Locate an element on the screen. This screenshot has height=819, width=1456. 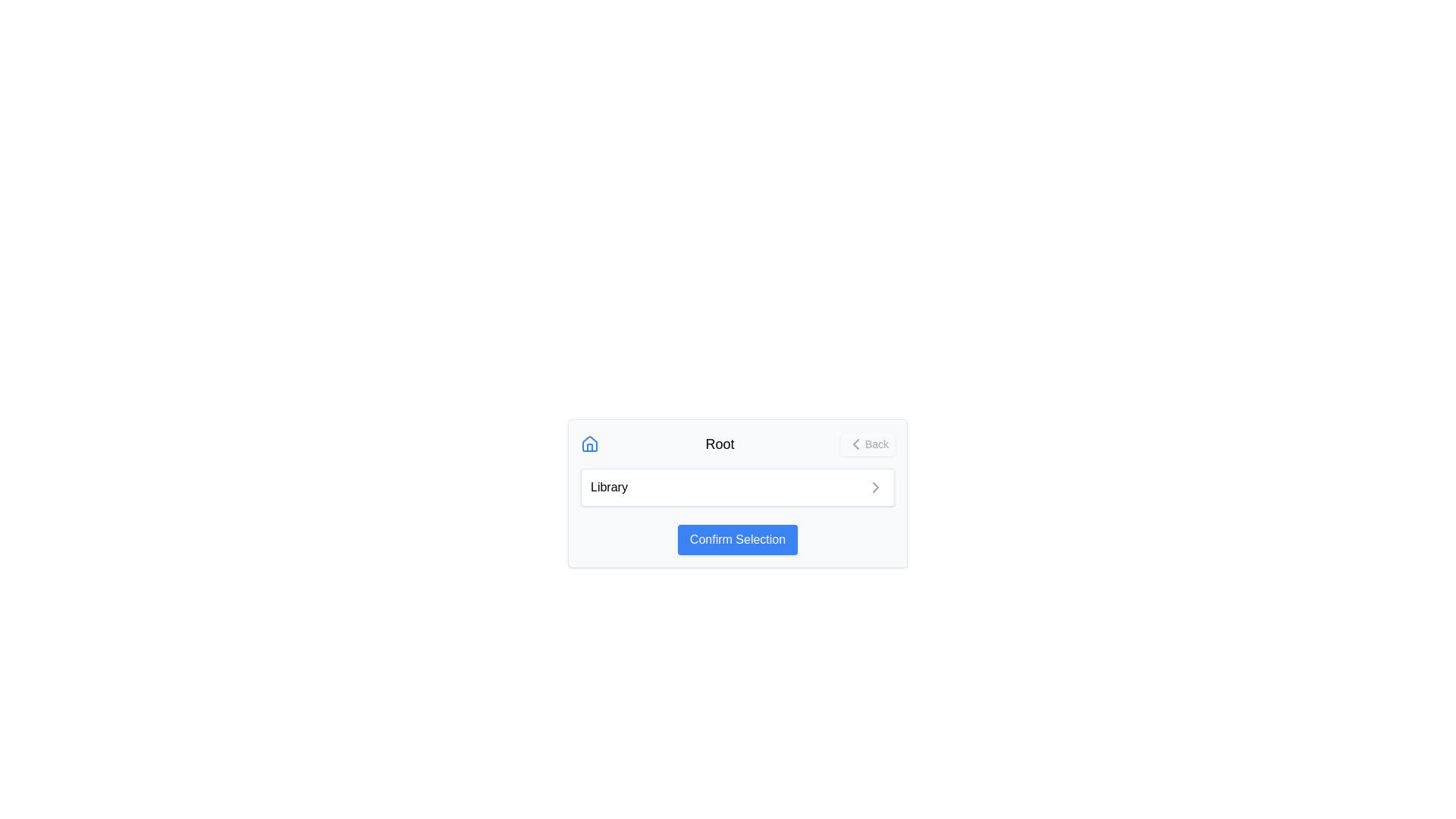
the non-interactive SVG house icon component positioned towards the lower-center area of the house icon structure is located at coordinates (588, 447).